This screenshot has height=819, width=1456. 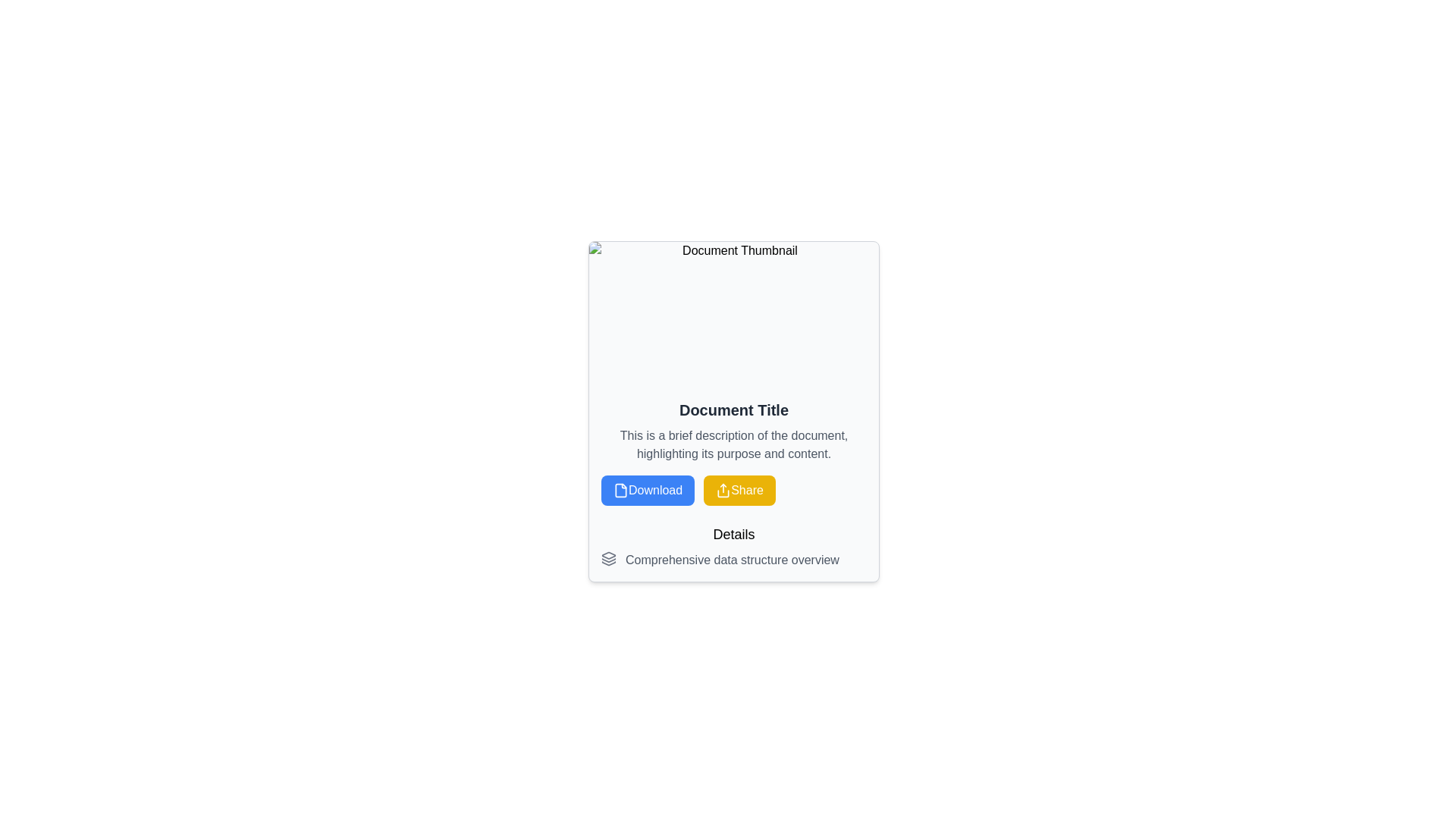 I want to click on the download button located in the bottom part of the card interface, aligned to the left of the 'Share' button, to initiate the download process, so click(x=648, y=491).